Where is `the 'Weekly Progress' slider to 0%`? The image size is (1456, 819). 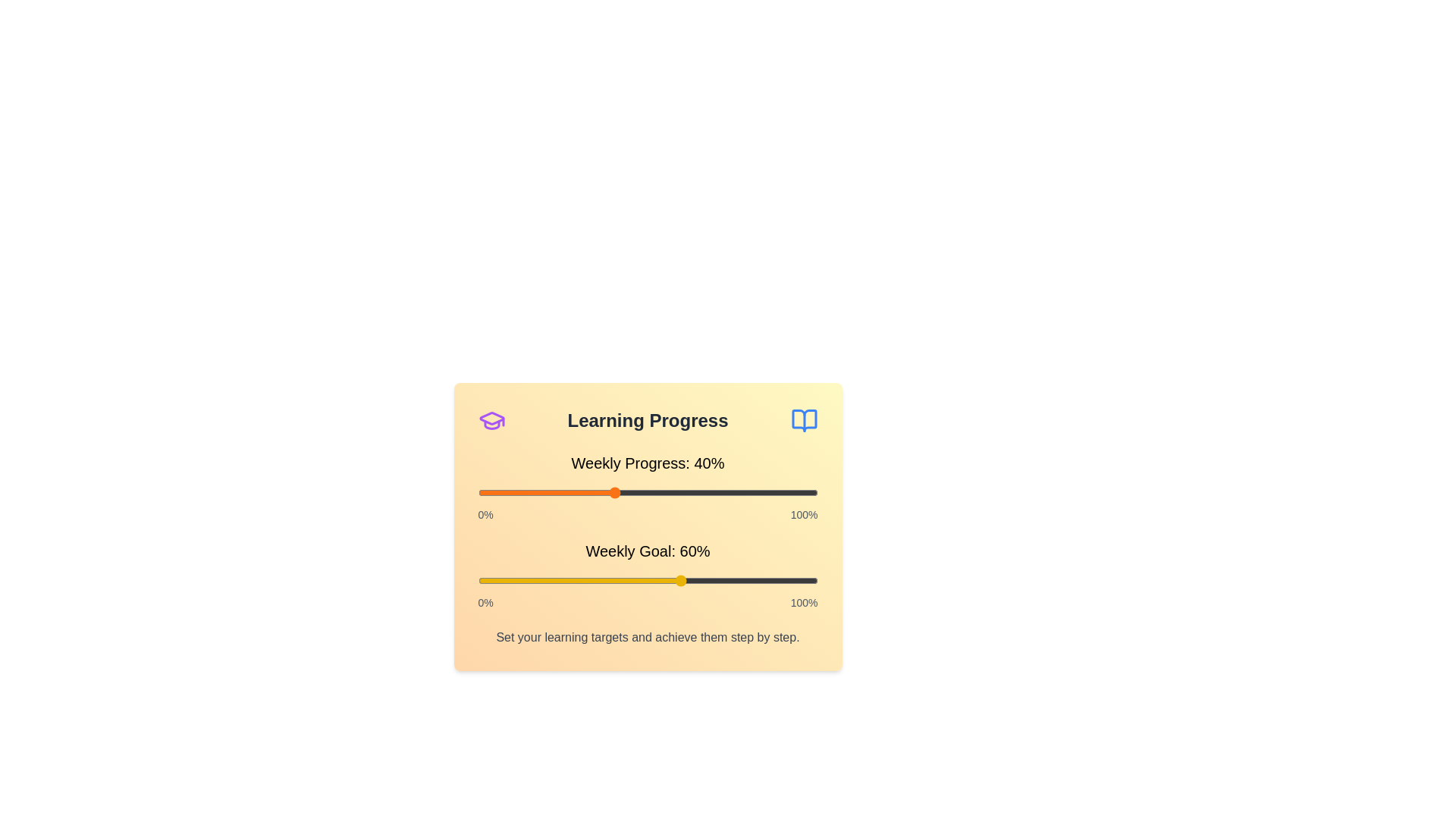
the 'Weekly Progress' slider to 0% is located at coordinates (477, 493).